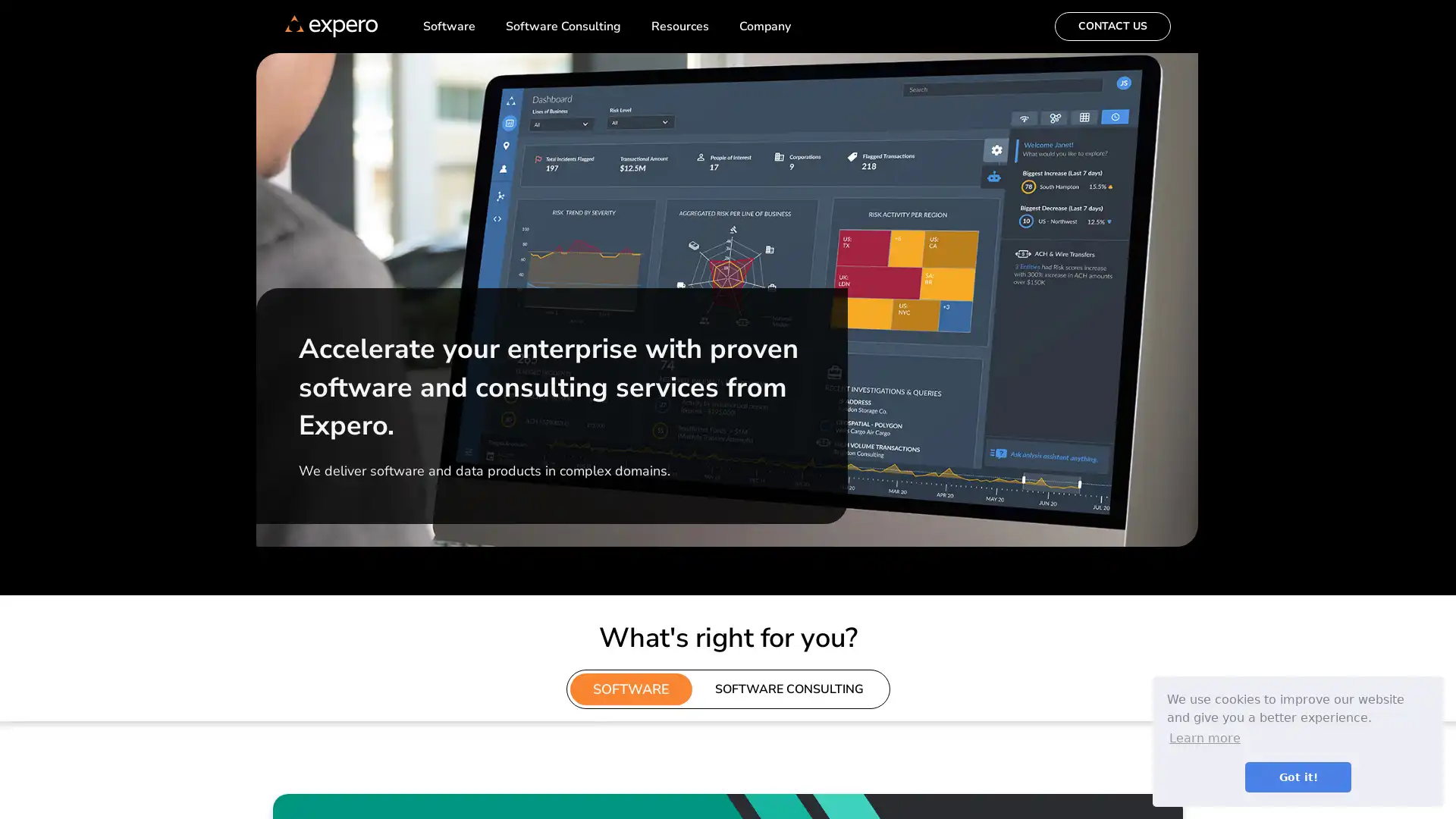  I want to click on learn more about cookies, so click(1203, 737).